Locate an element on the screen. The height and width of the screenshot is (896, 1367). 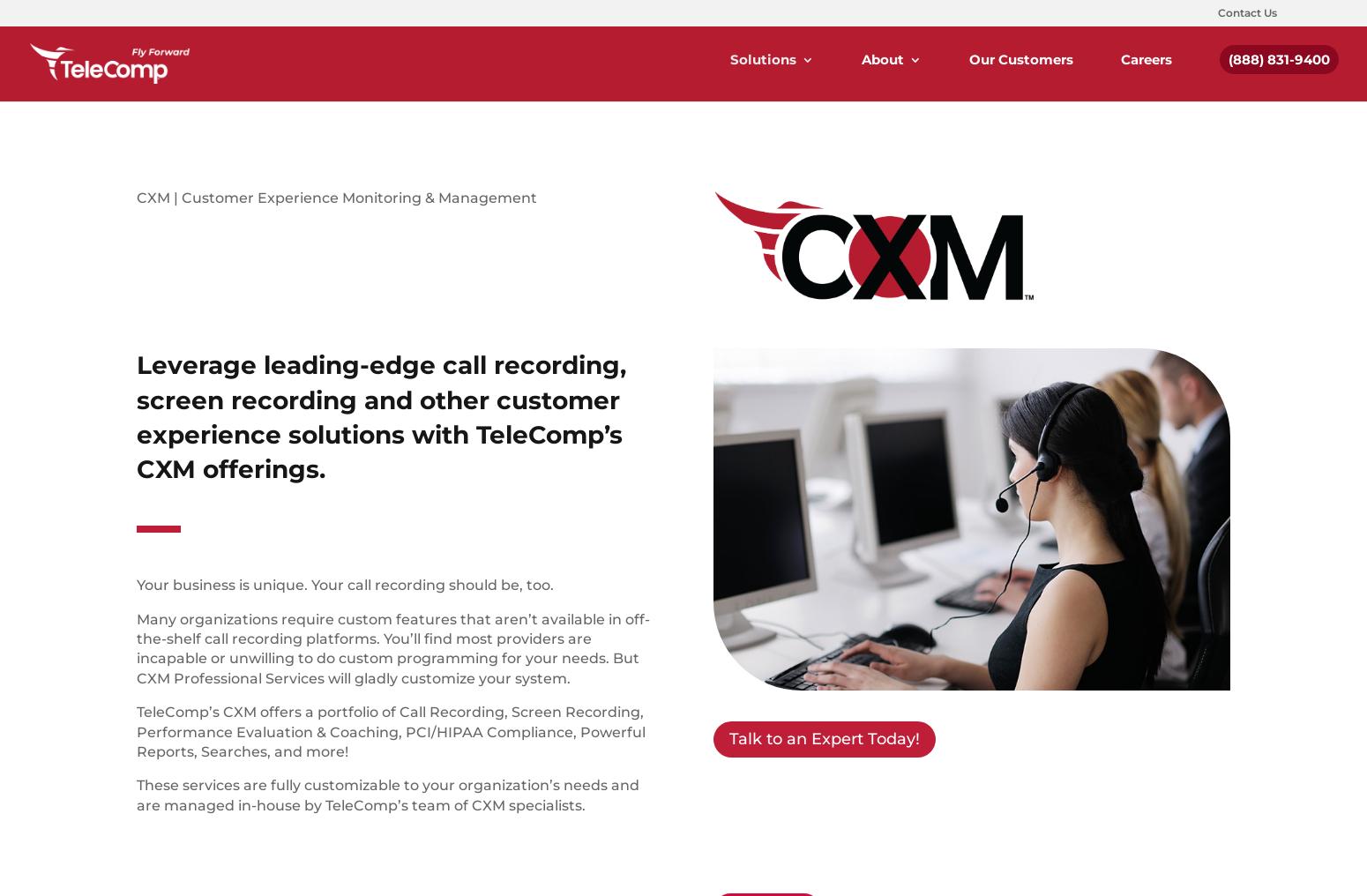
'On-Premise Phone Systems' is located at coordinates (854, 217).